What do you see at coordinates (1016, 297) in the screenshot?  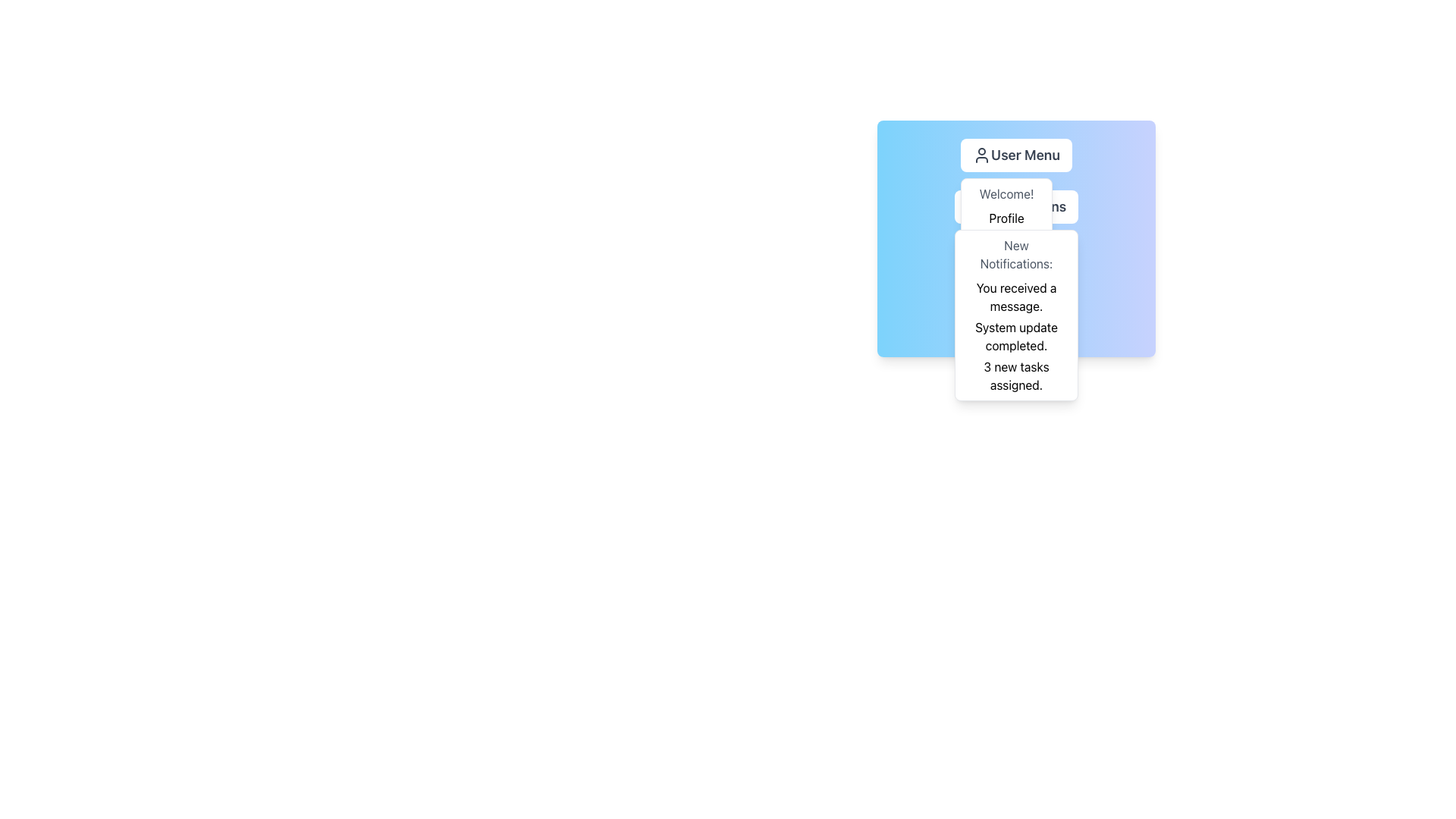 I see `the first text display notification that informs the user about receiving a message, located directly beneath the 'New Notifications:' heading` at bounding box center [1016, 297].